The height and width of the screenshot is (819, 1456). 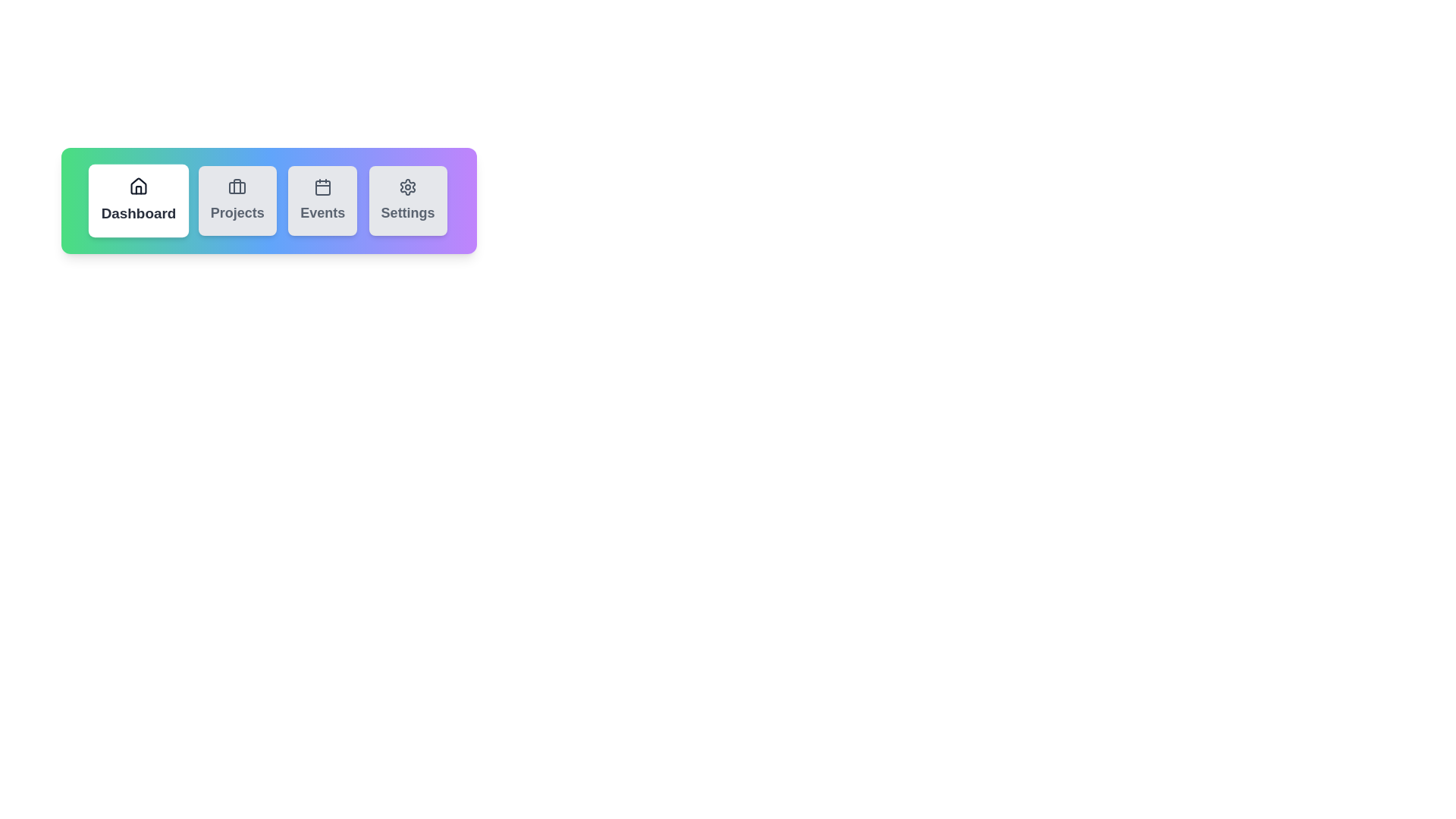 I want to click on the Events tab to activate it, so click(x=322, y=200).